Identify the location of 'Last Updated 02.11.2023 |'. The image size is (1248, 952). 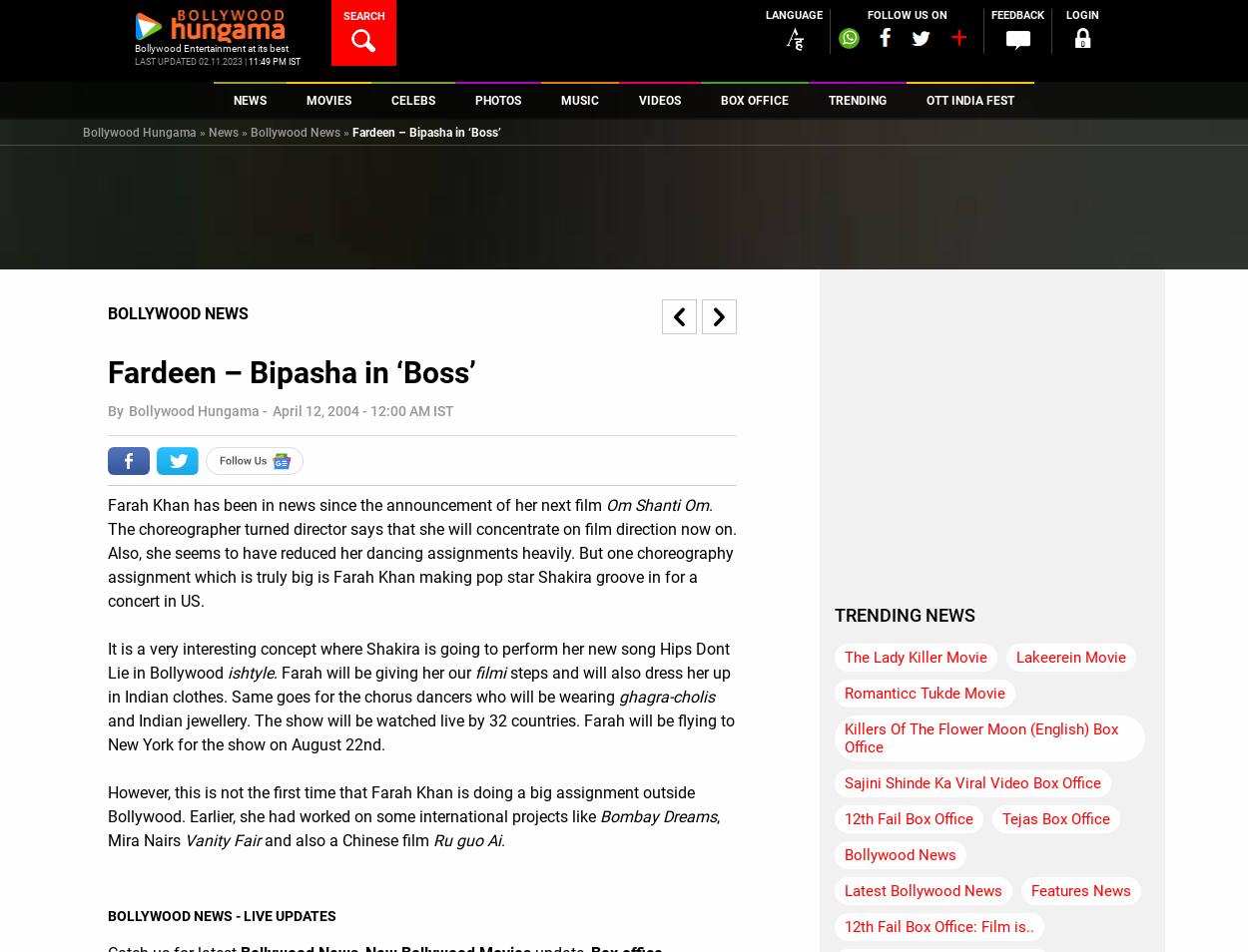
(190, 61).